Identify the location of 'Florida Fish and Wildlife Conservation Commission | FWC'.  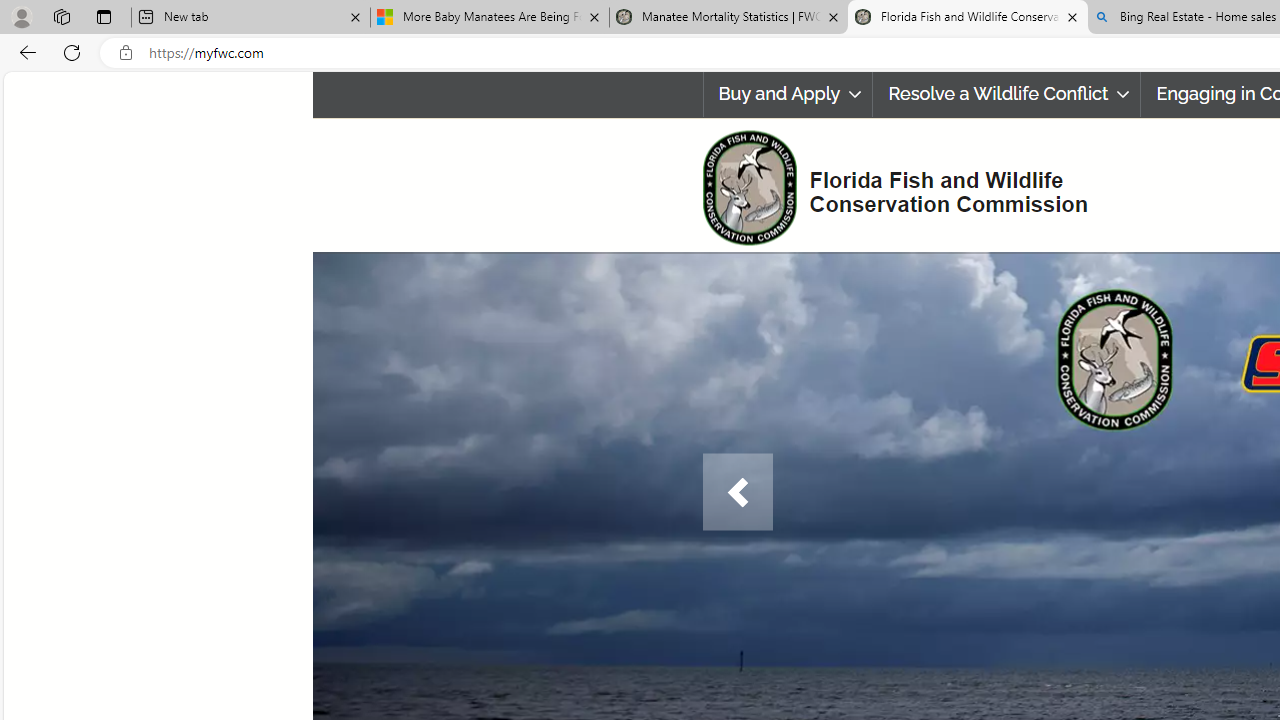
(967, 17).